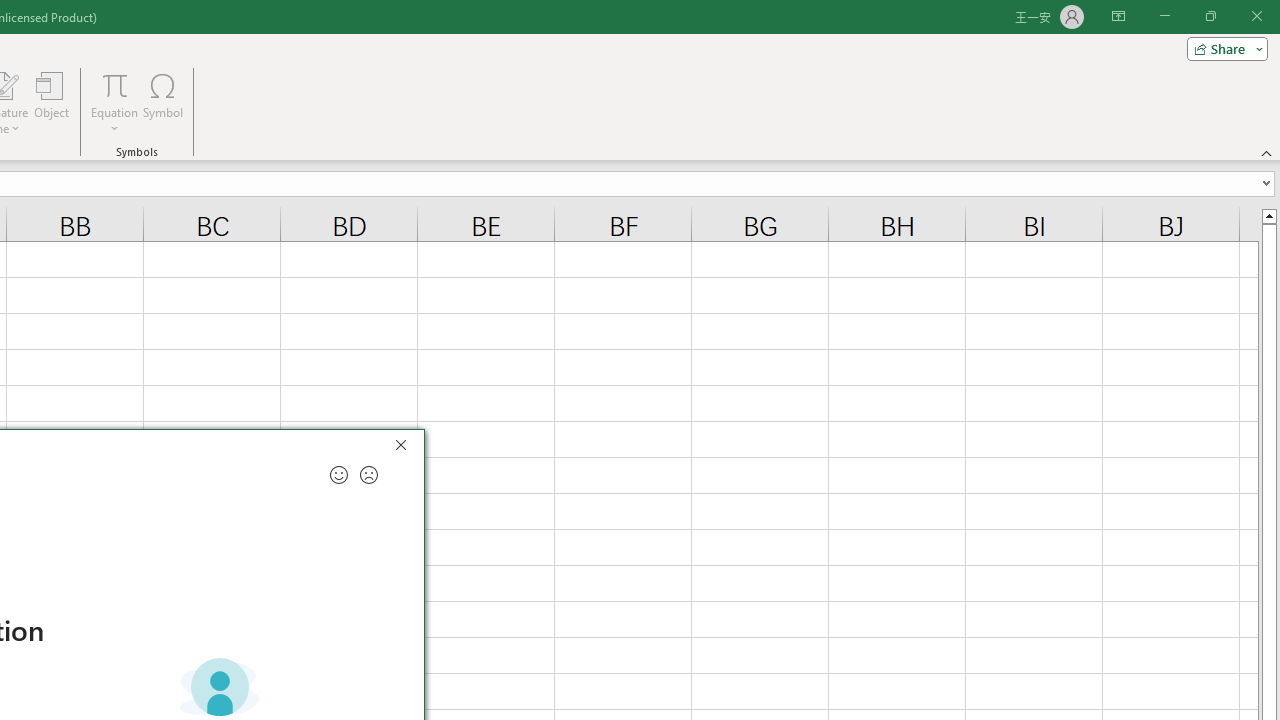  What do you see at coordinates (339, 475) in the screenshot?
I see `'Send a smile for feedback'` at bounding box center [339, 475].